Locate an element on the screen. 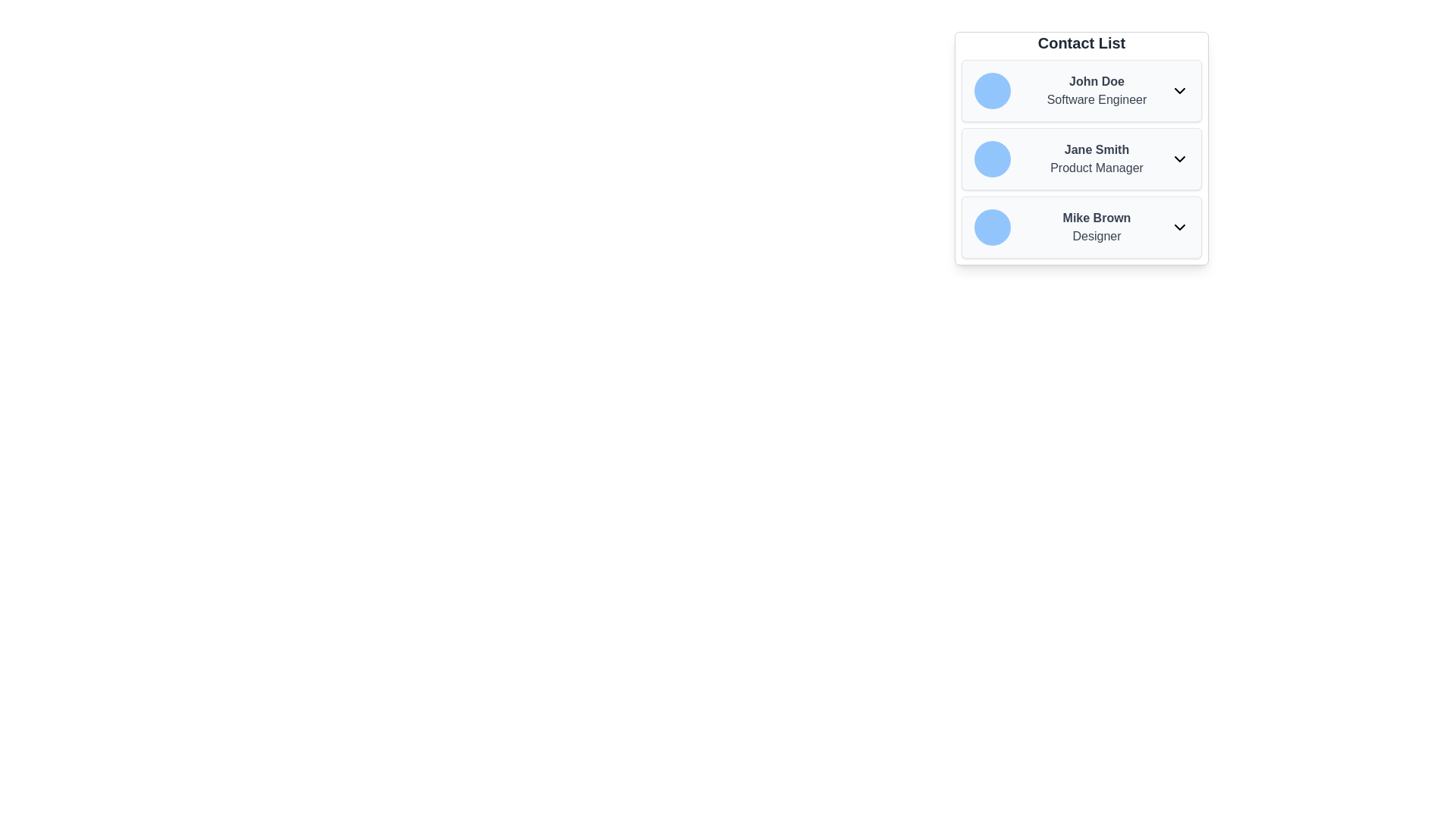 This screenshot has width=1456, height=819. the Text Display element showing 'John Doe' and 'Software Engineer' is located at coordinates (1097, 90).